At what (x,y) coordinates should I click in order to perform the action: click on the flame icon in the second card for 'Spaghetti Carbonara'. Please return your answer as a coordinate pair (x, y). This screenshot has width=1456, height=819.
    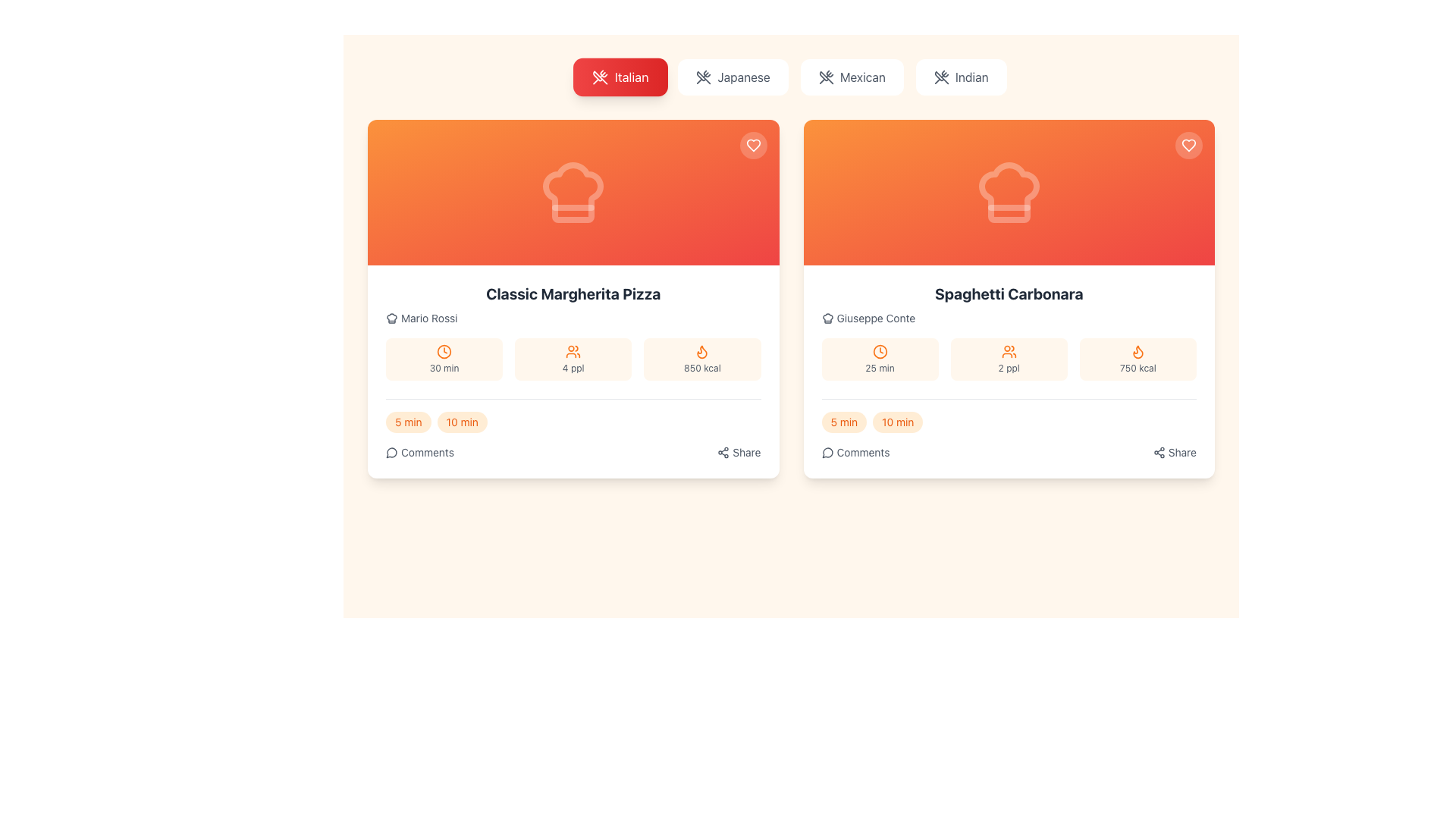
    Looking at the image, I should click on (1137, 351).